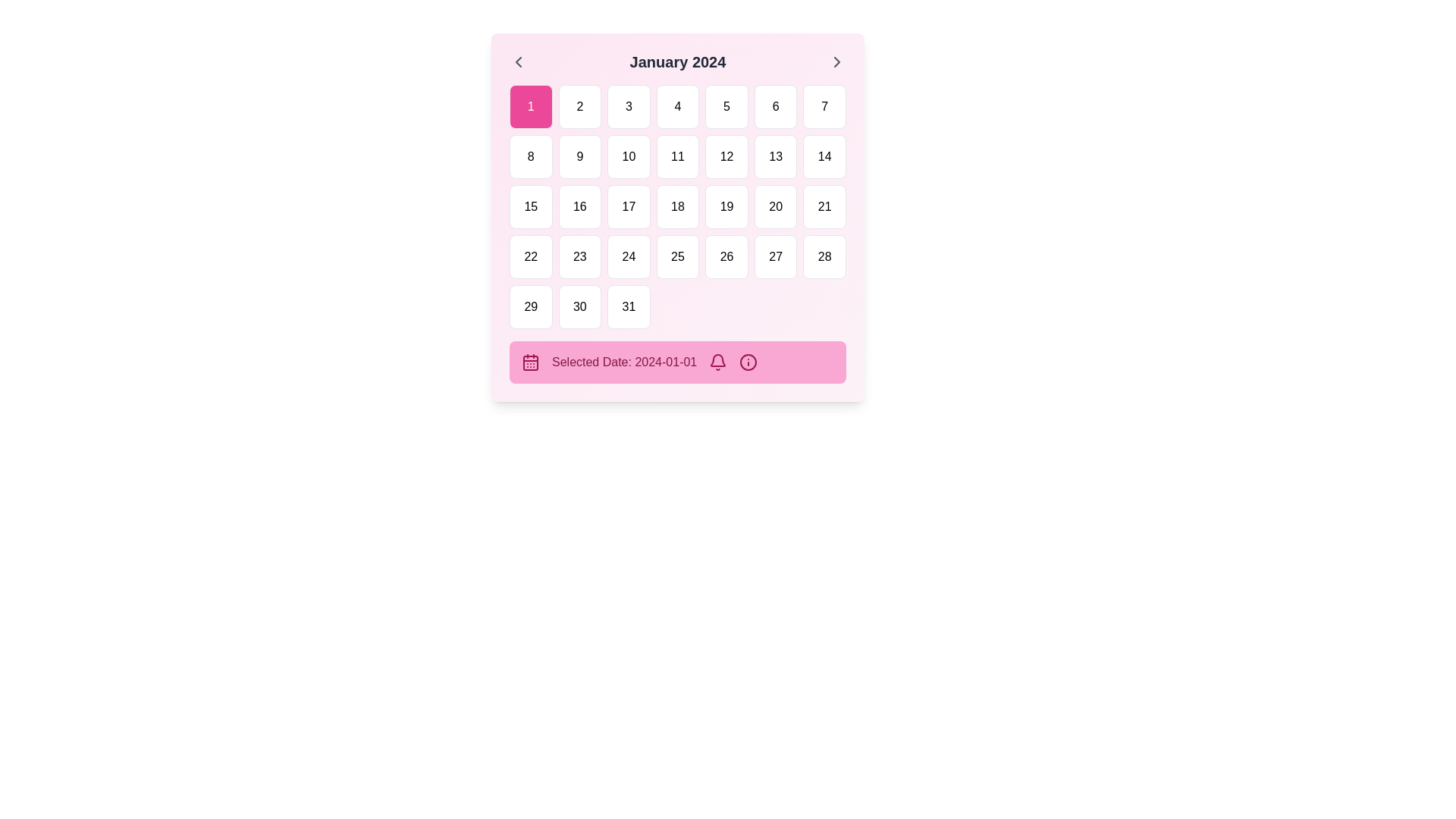  Describe the element at coordinates (824, 157) in the screenshot. I see `the selectable date button for January 14th, 2024 in the calendar interface` at that location.